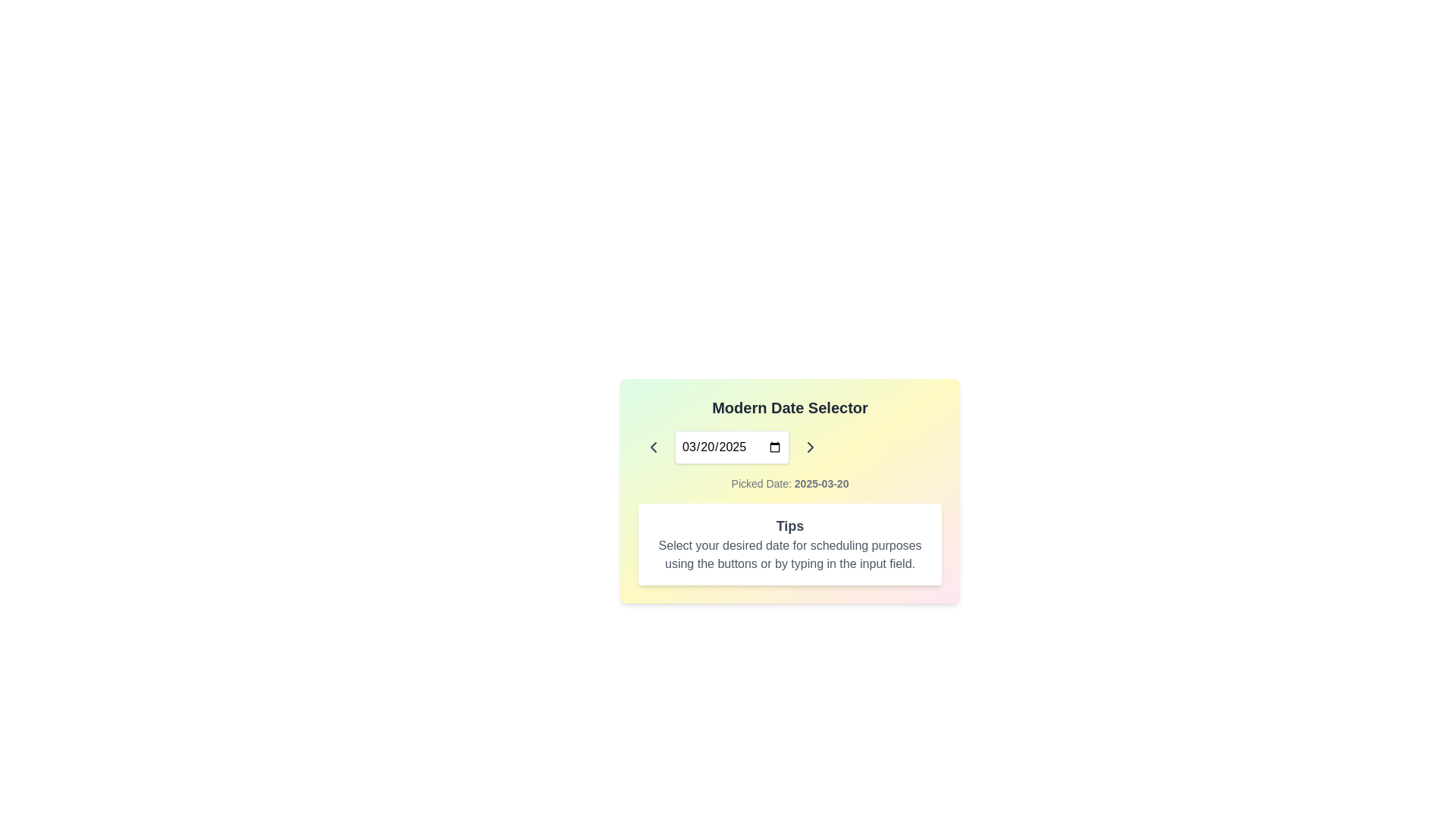 This screenshot has height=819, width=1456. What do you see at coordinates (810, 447) in the screenshot?
I see `the right-facing chevron icon with a thin border and medium gray color in the modern date selector interface` at bounding box center [810, 447].